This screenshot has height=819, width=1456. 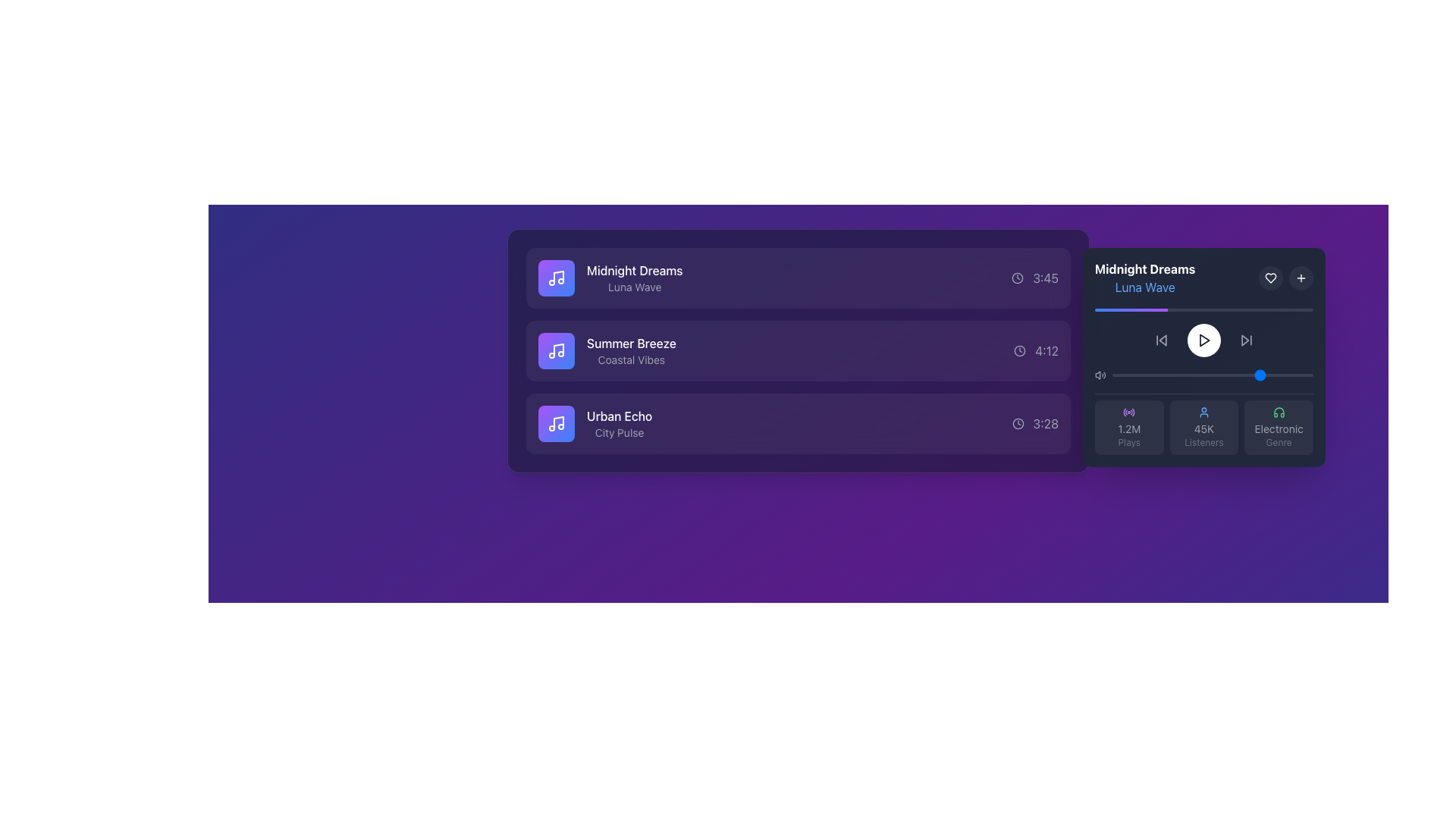 What do you see at coordinates (635, 278) in the screenshot?
I see `the text label pair displaying the title 'Midnight Dreams' and subtitle 'Luna Wave' for the first song in the left panel` at bounding box center [635, 278].